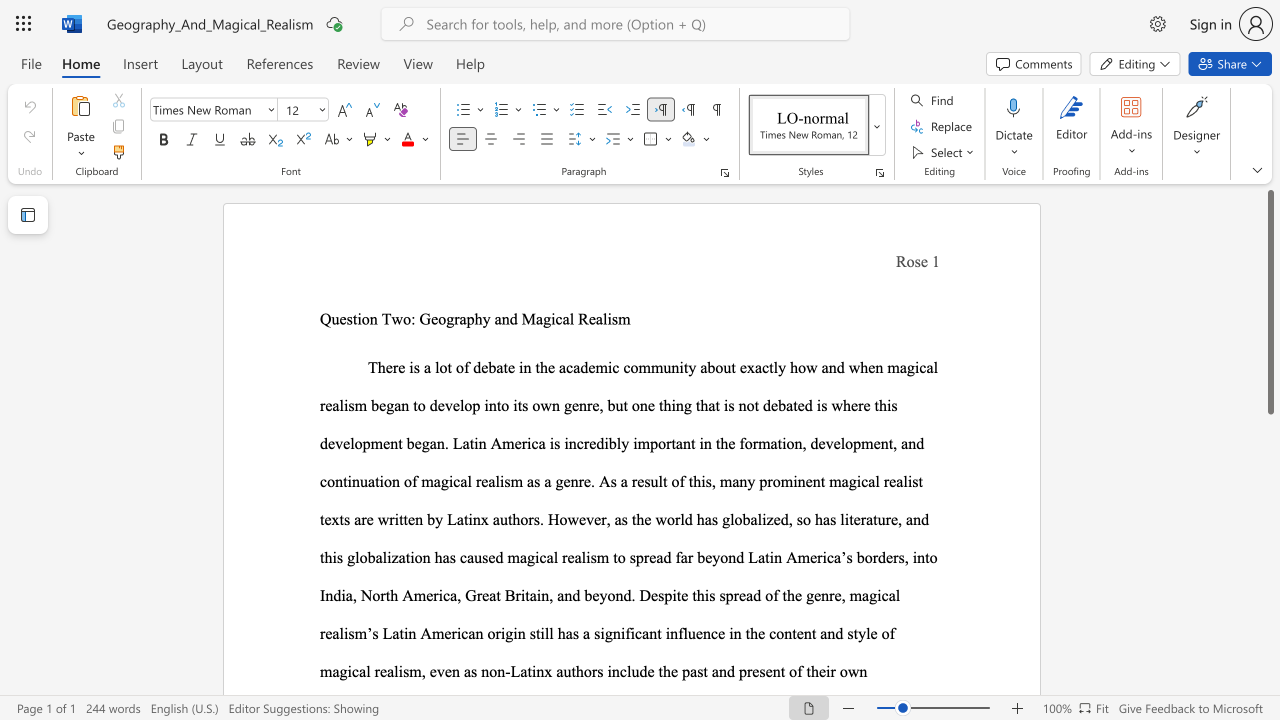 The height and width of the screenshot is (720, 1280). I want to click on the scrollbar to slide the page down, so click(1269, 550).